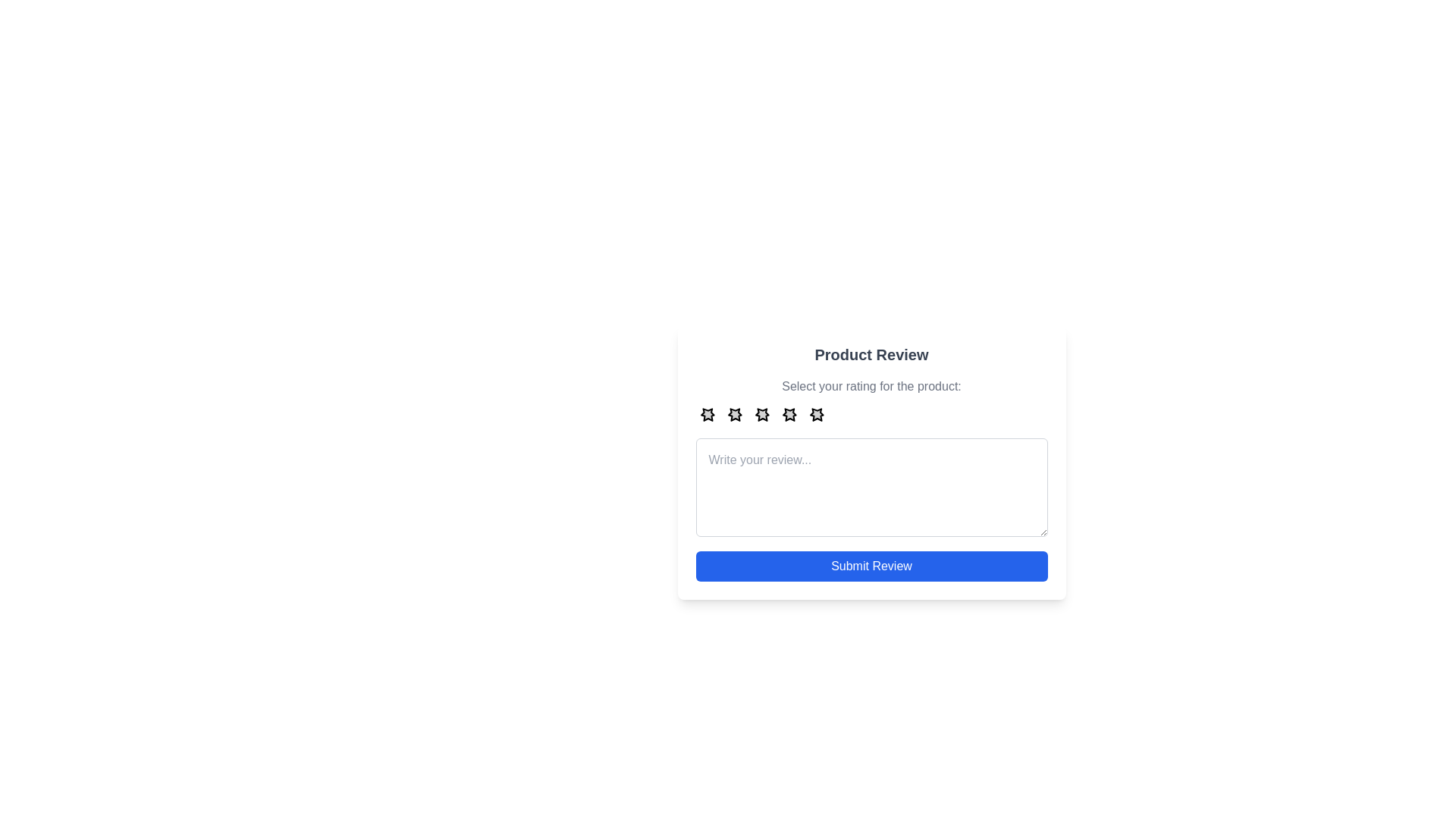 The image size is (1456, 819). I want to click on the star corresponding to the rating 2 to select it, so click(735, 414).